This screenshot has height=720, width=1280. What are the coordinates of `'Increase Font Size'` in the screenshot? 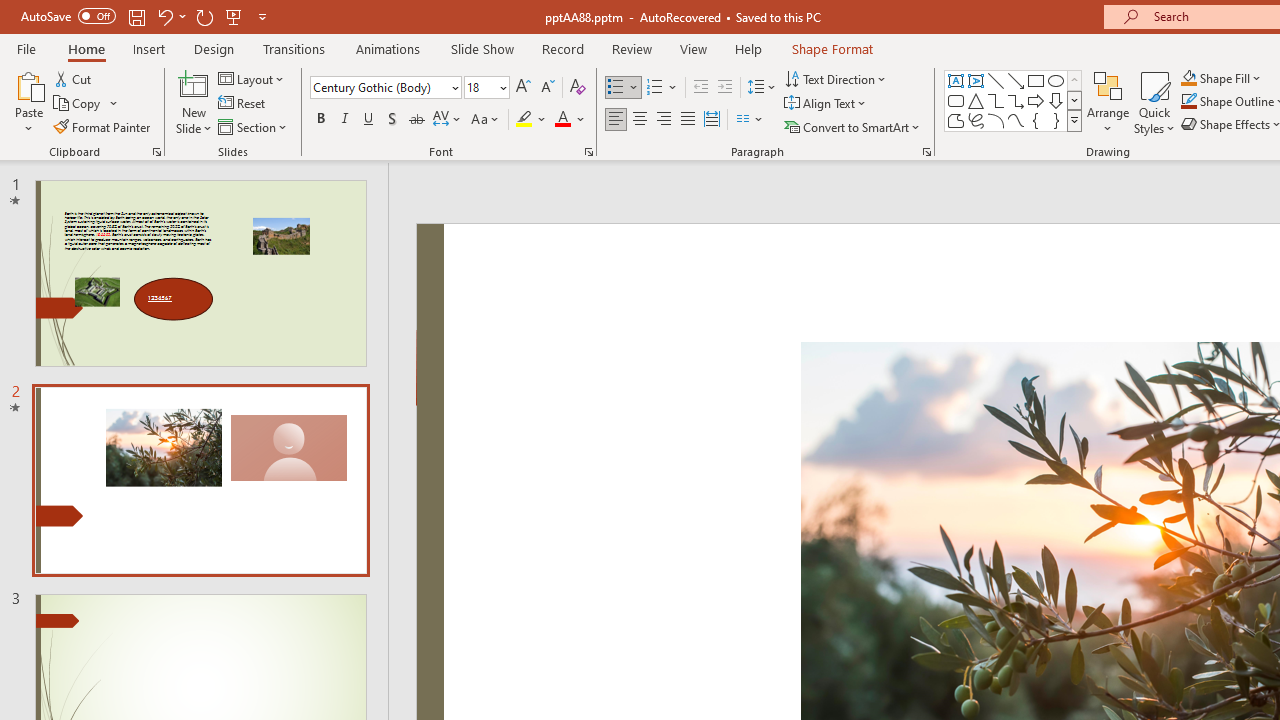 It's located at (522, 86).